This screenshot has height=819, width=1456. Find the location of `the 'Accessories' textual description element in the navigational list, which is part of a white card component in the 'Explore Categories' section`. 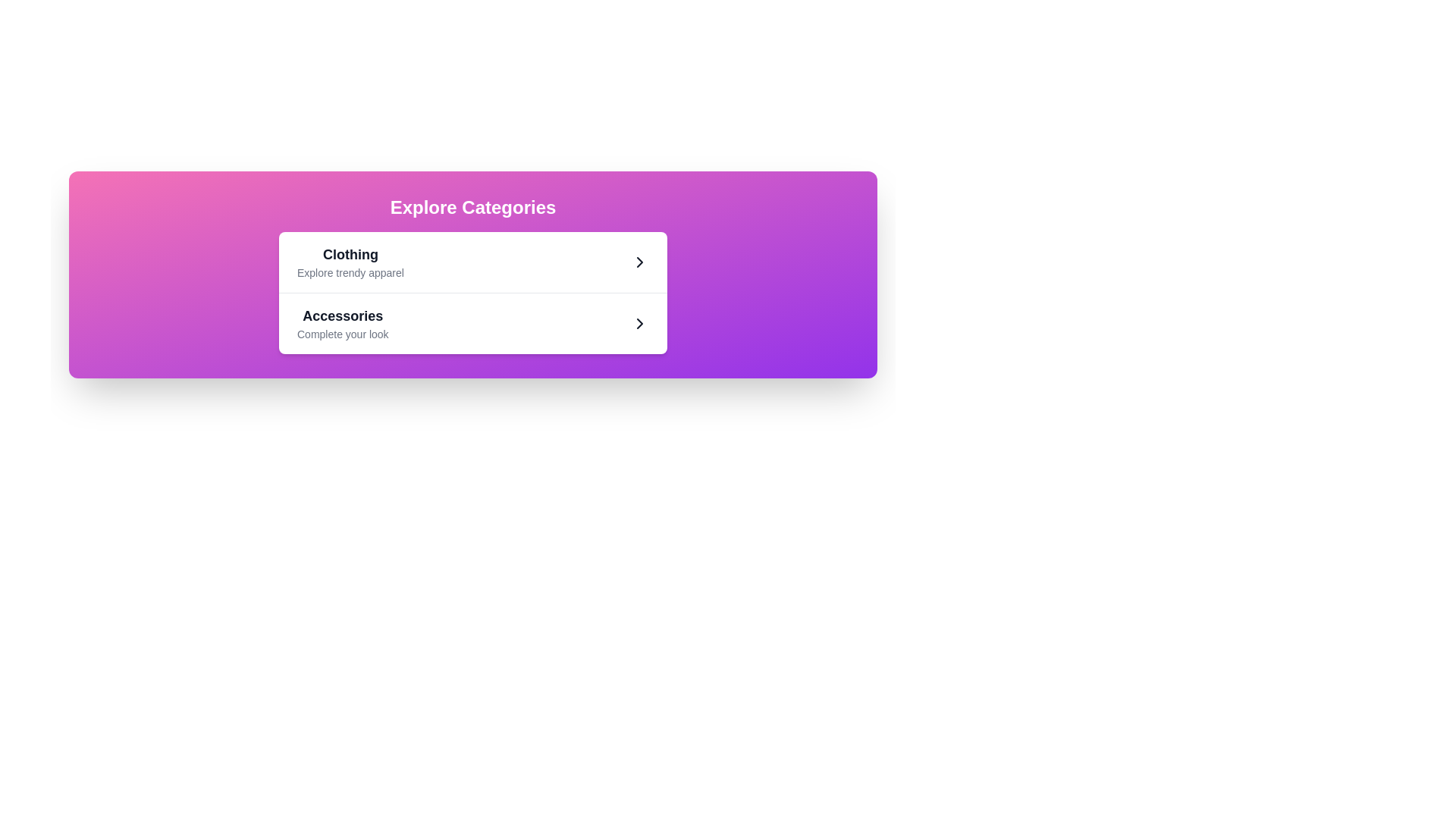

the 'Accessories' textual description element in the navigational list, which is part of a white card component in the 'Explore Categories' section is located at coordinates (342, 323).